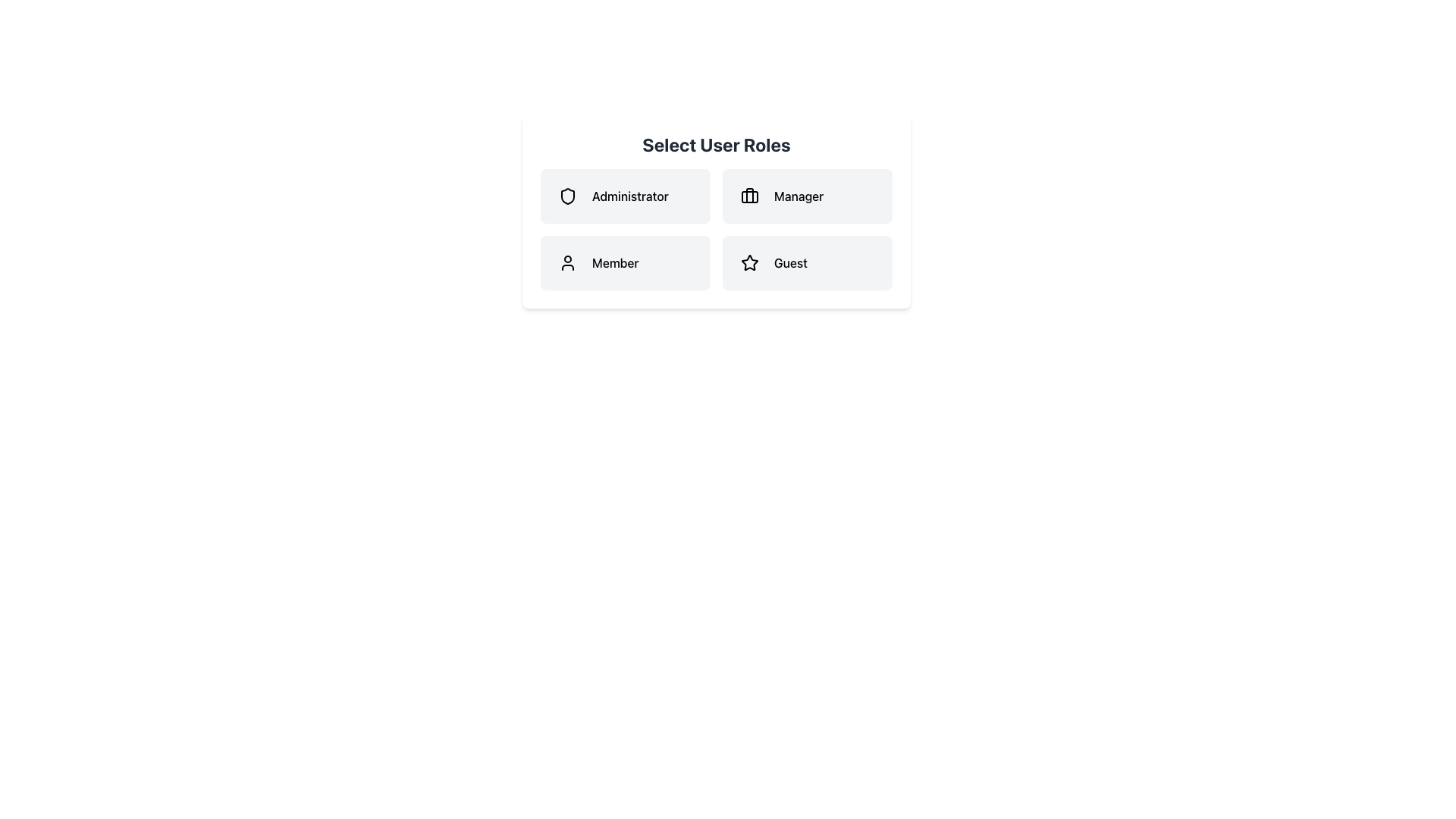 The height and width of the screenshot is (819, 1456). I want to click on the 'Administrator' role icon located in the top left quadrant of the user role options grid, which is above the text 'Administrator', so click(566, 195).